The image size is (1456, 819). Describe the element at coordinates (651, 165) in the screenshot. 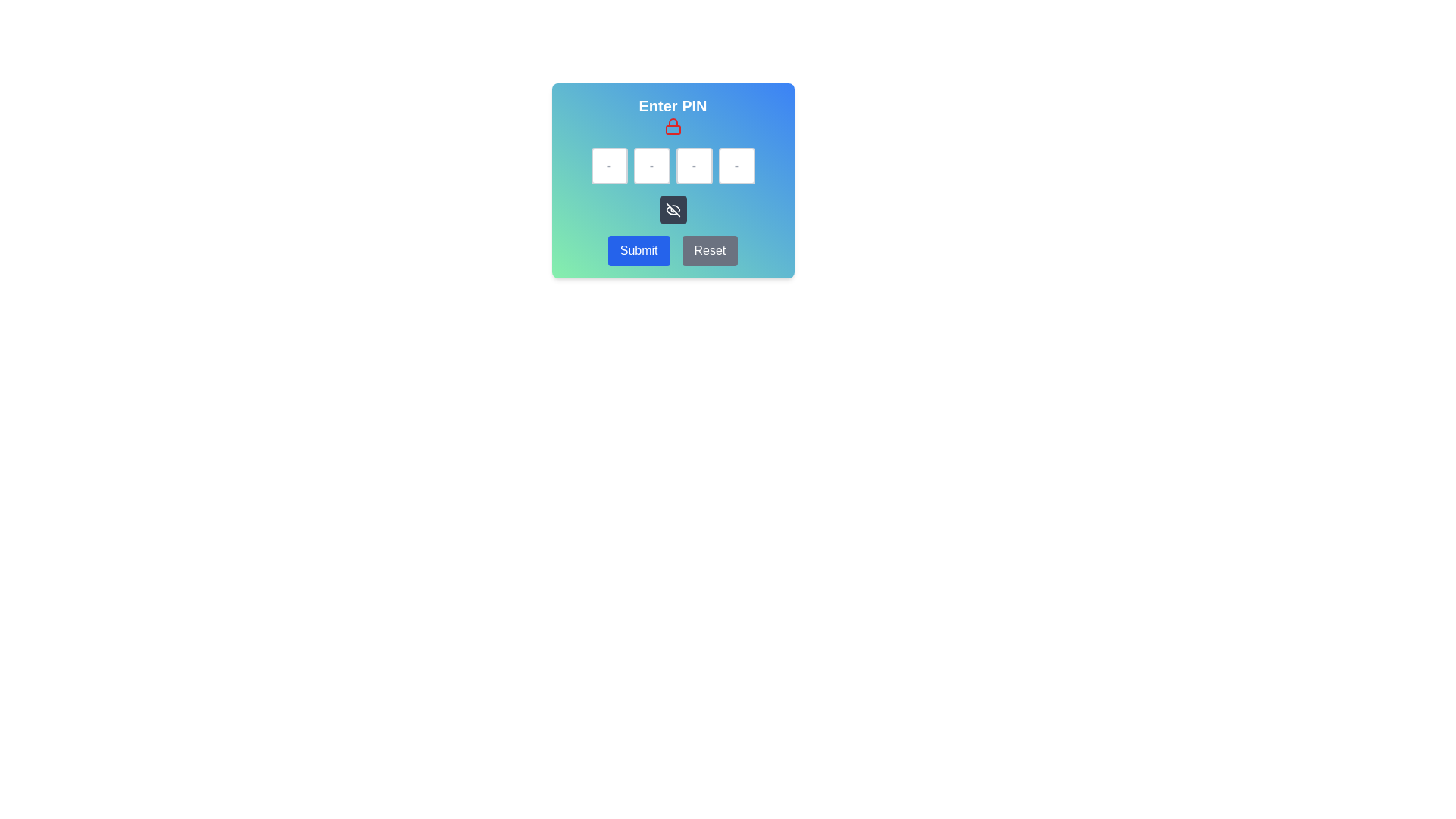

I see `the Password input field, which is a small, square-shaped input field with a white background and gray border, to focus on it for entering a PIN code` at that location.